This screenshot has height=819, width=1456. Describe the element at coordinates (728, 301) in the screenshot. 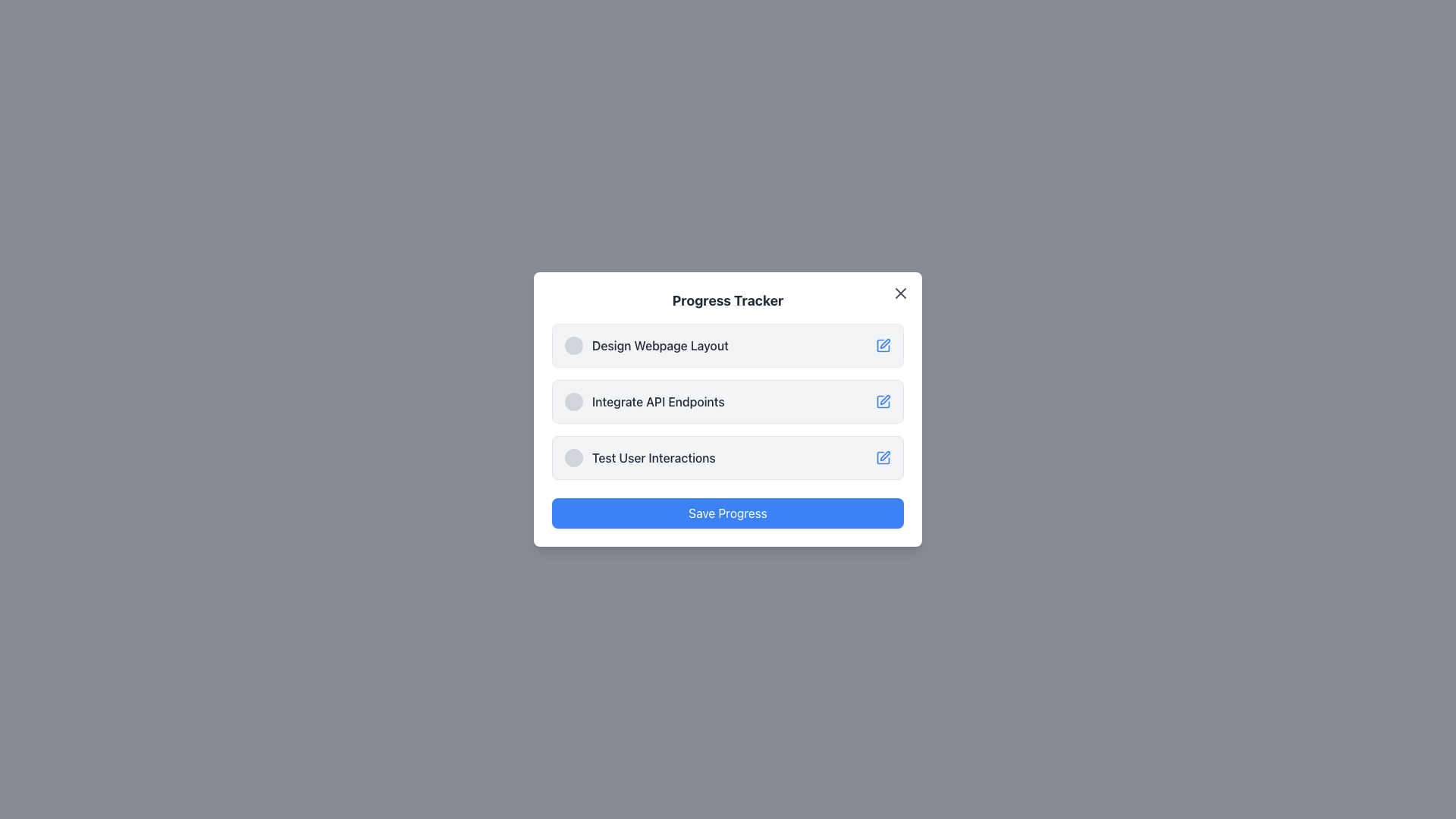

I see `text content of the bolded 'Progress Tracker' label located at the top of the content card` at that location.